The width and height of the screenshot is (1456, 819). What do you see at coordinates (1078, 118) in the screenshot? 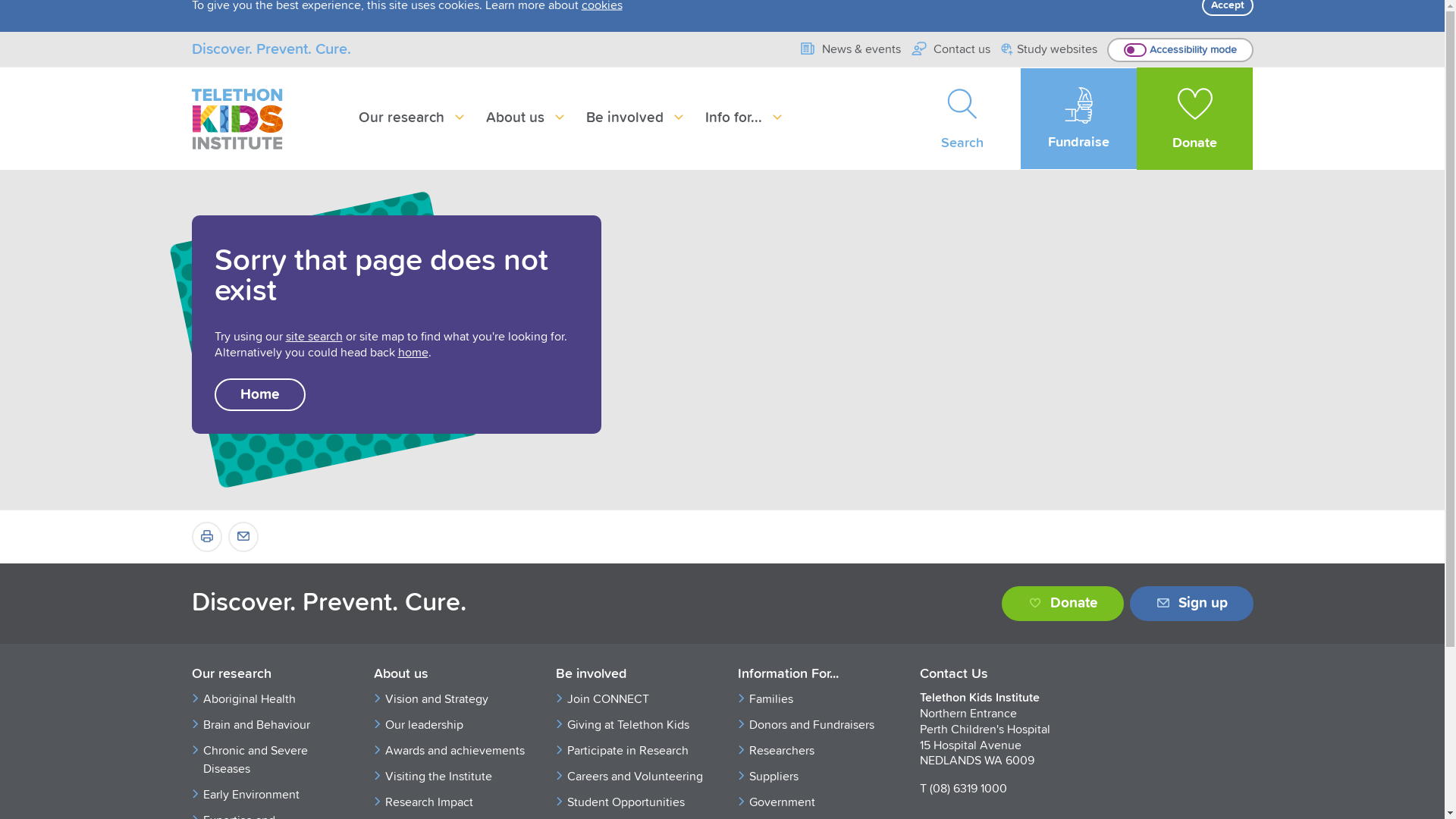
I see `'Fundraise'` at bounding box center [1078, 118].